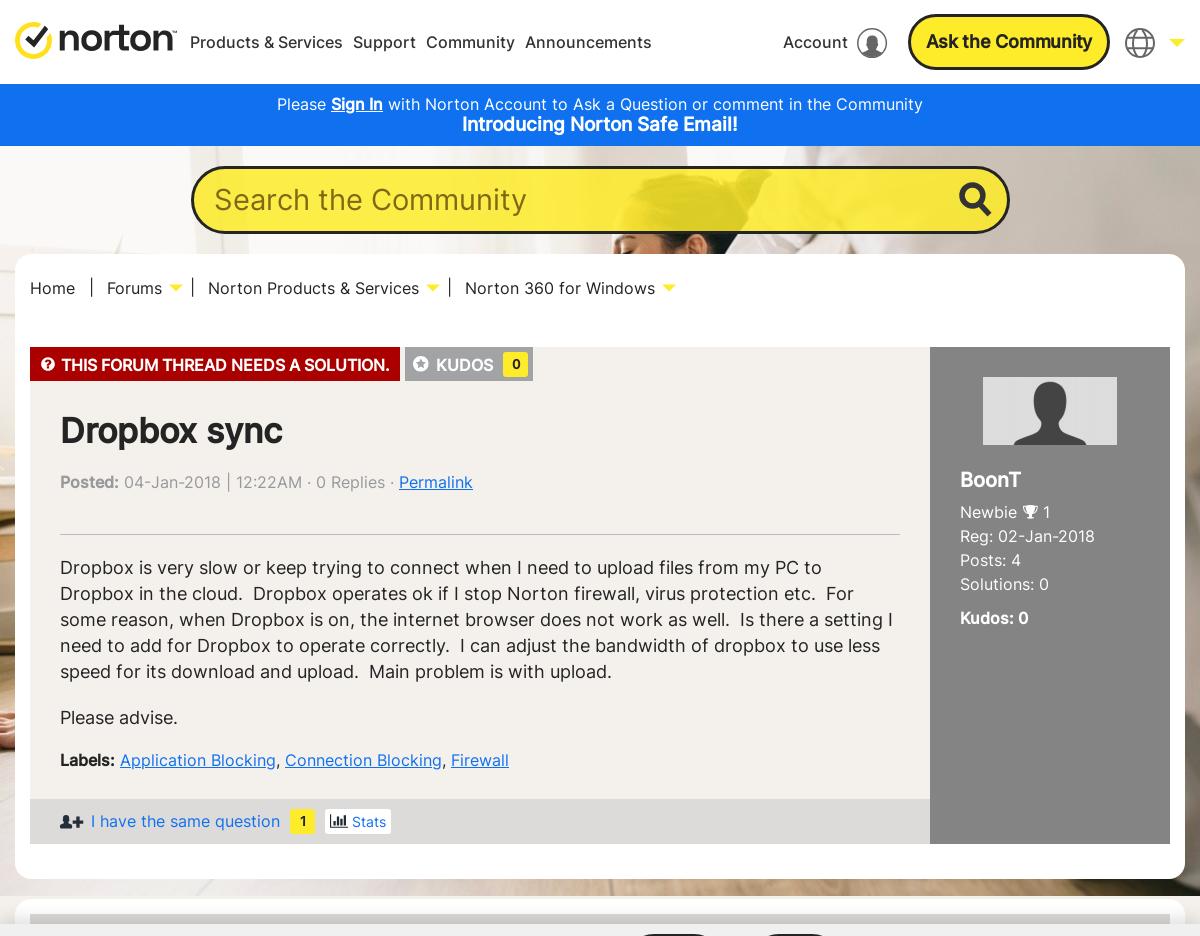  Describe the element at coordinates (990, 478) in the screenshot. I see `'BoonT'` at that location.